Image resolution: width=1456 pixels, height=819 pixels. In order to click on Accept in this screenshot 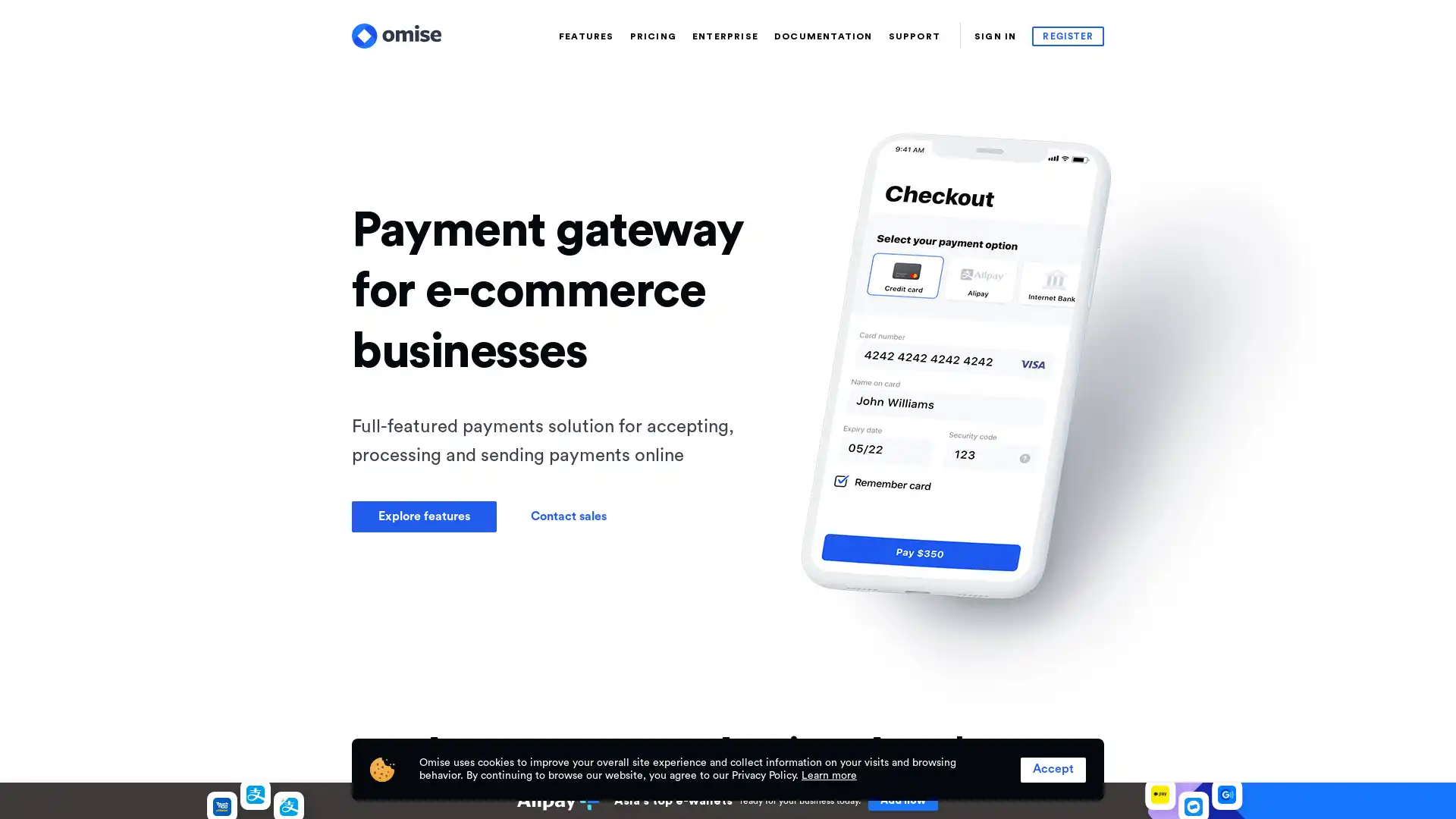, I will do `click(1052, 769)`.